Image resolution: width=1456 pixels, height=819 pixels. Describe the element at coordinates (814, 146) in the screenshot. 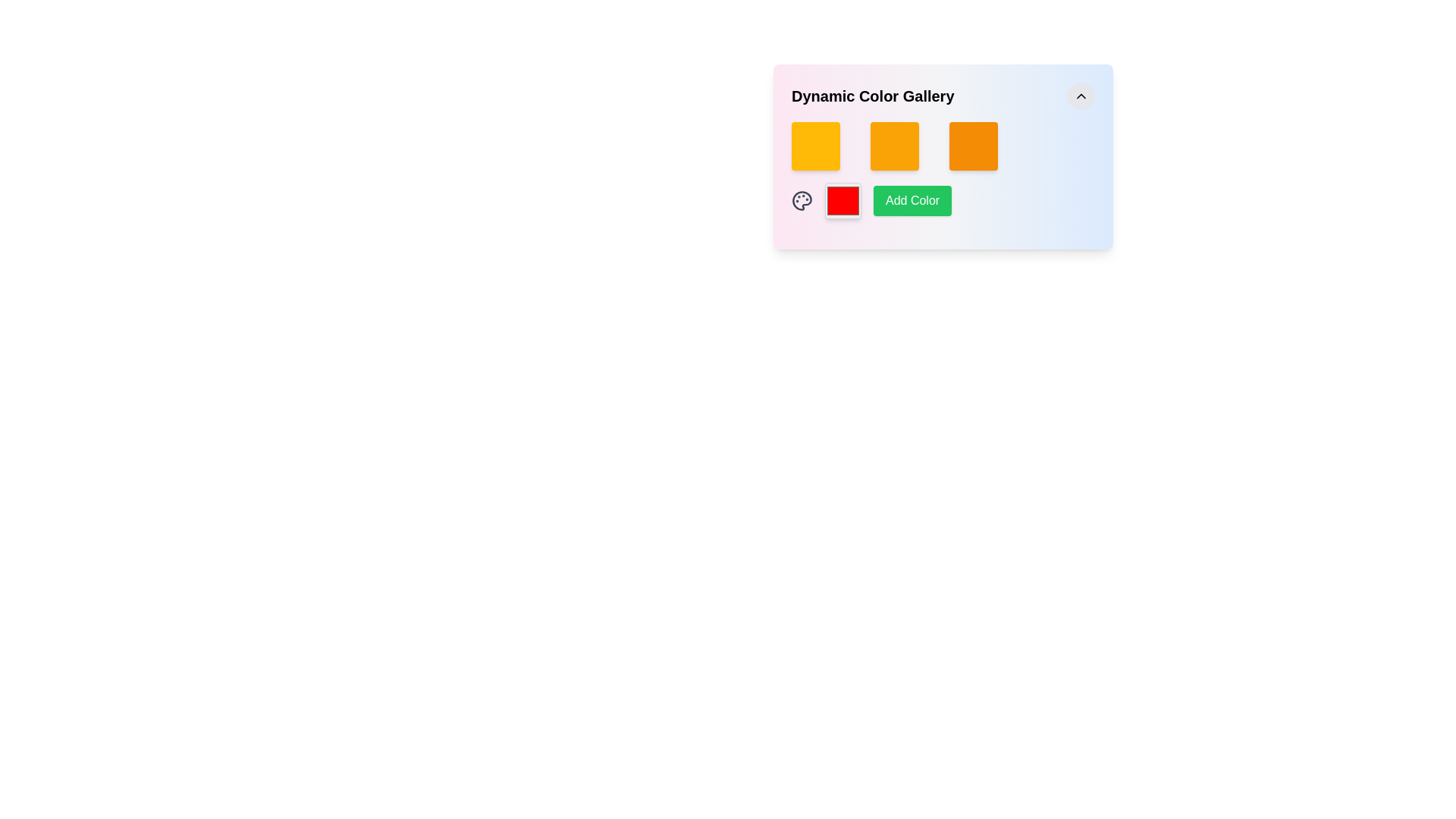

I see `the vibrant yellow color swatch located` at that location.